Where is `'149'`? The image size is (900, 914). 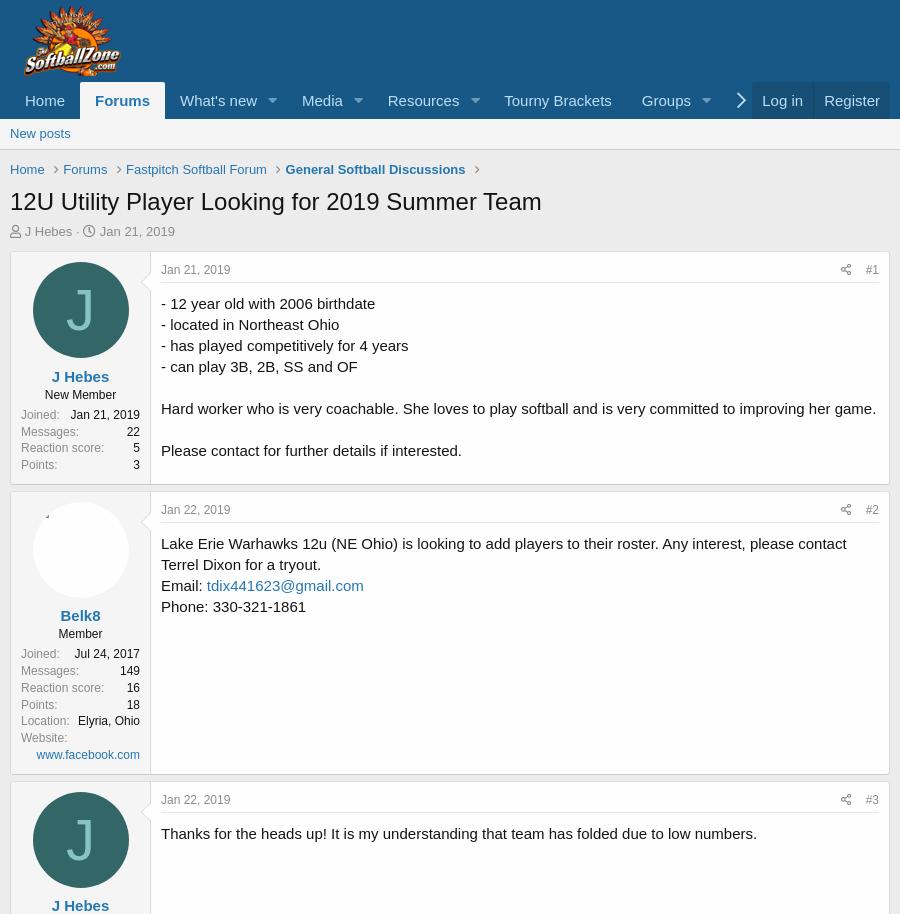 '149' is located at coordinates (129, 670).